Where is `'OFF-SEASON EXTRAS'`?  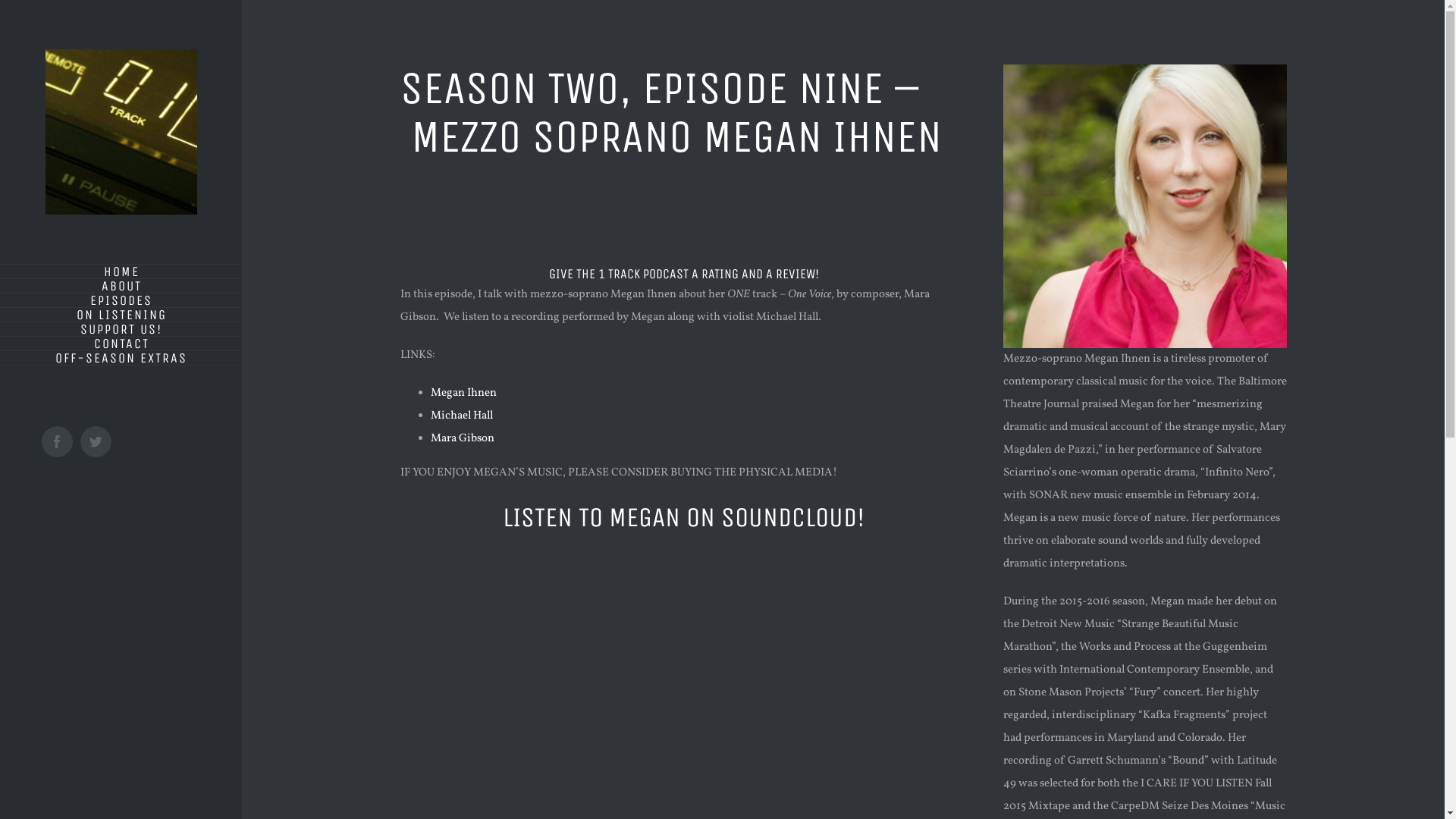
'OFF-SEASON EXTRAS' is located at coordinates (120, 358).